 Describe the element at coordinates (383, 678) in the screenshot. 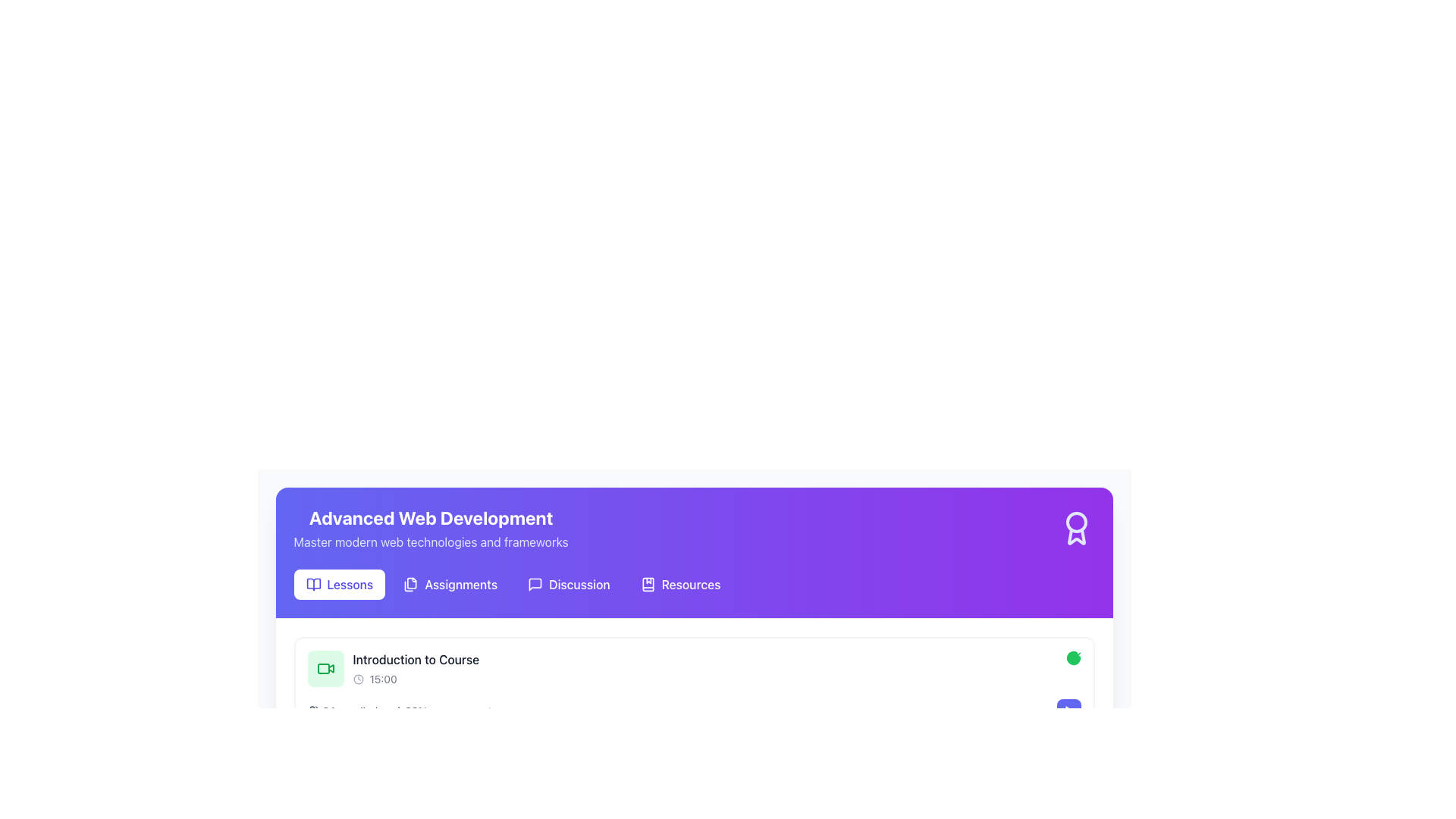

I see `the Text label displaying the time next to the clock icon below the 'Introduction to Course' section` at that location.